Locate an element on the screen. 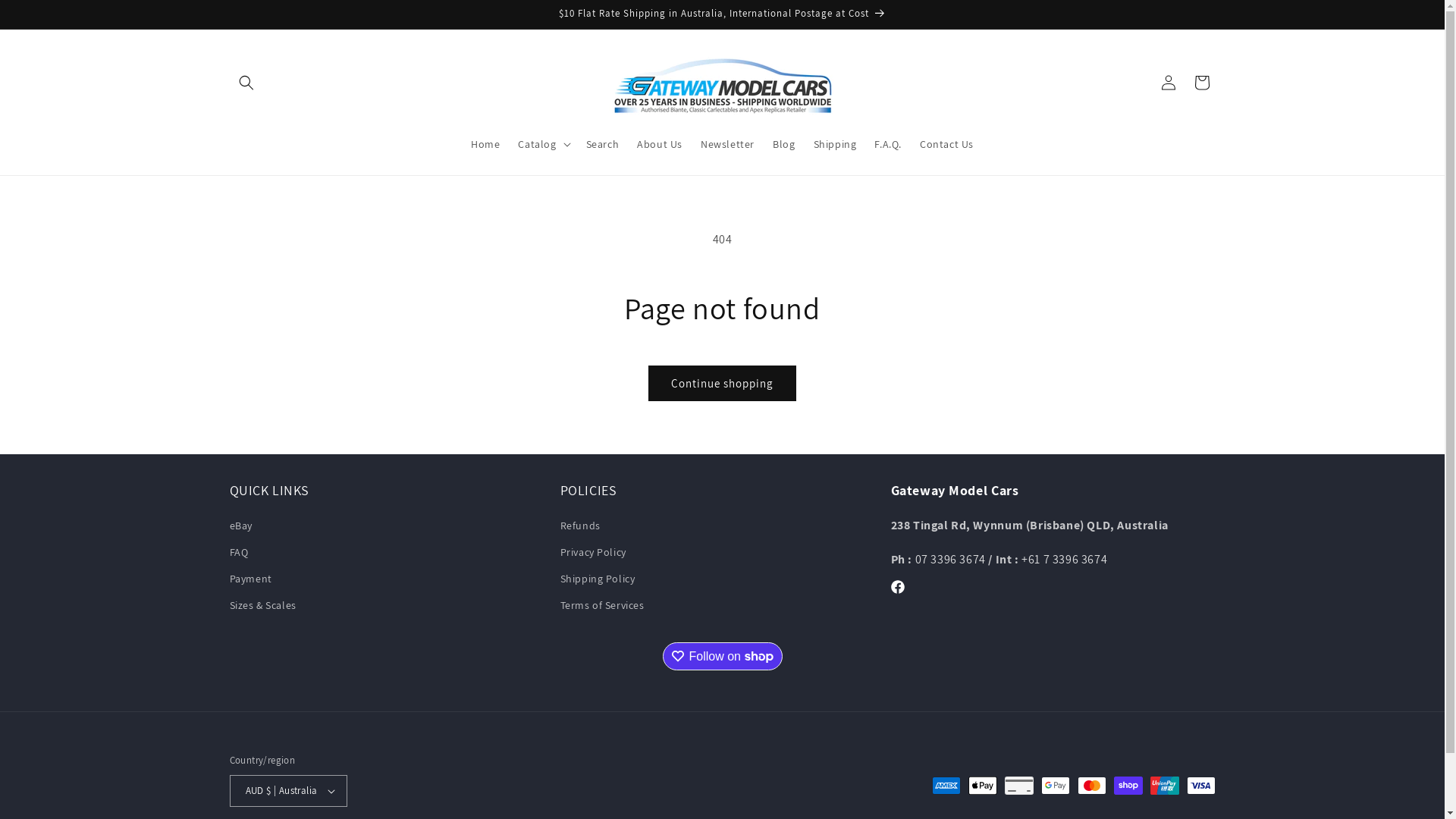 This screenshot has width=1456, height=819. 'Home' is located at coordinates (484, 143).